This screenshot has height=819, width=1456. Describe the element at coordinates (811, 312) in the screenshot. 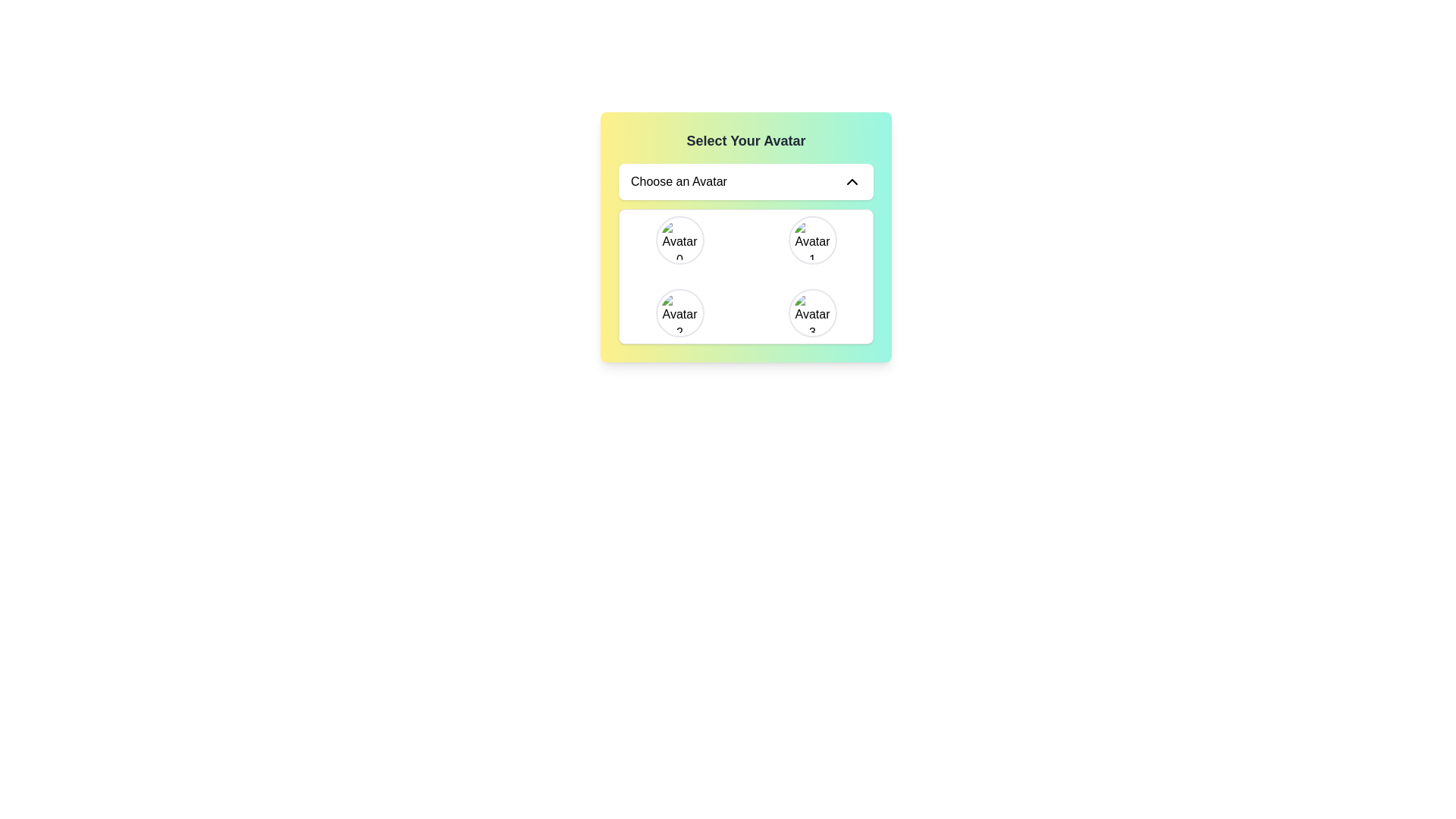

I see `the 'Avatar 3' selection item located in the bottom-right slot of the 'Select Your Avatar' card layout` at that location.